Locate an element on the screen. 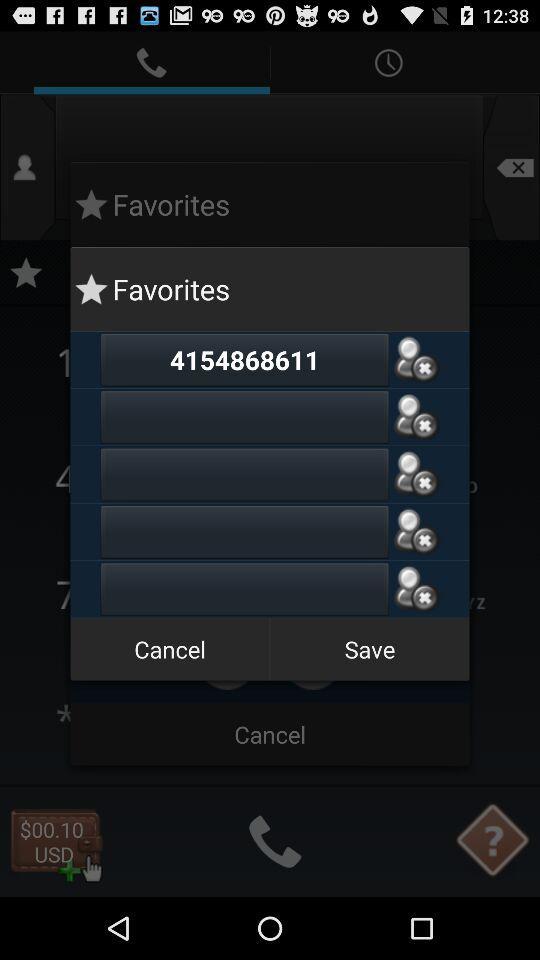  new favorite is located at coordinates (244, 589).